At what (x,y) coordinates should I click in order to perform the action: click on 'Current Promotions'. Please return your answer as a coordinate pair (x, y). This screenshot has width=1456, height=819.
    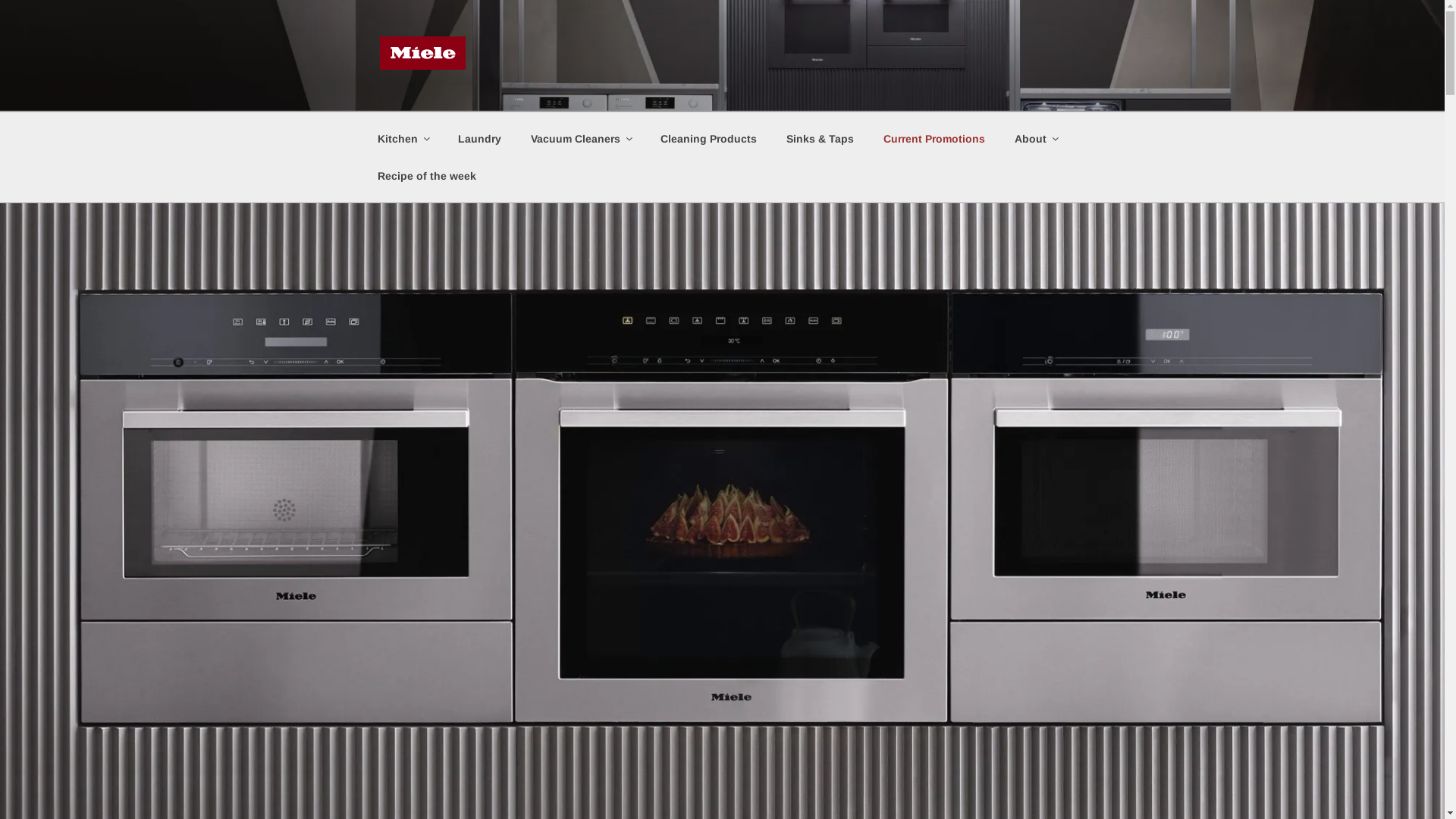
    Looking at the image, I should click on (934, 138).